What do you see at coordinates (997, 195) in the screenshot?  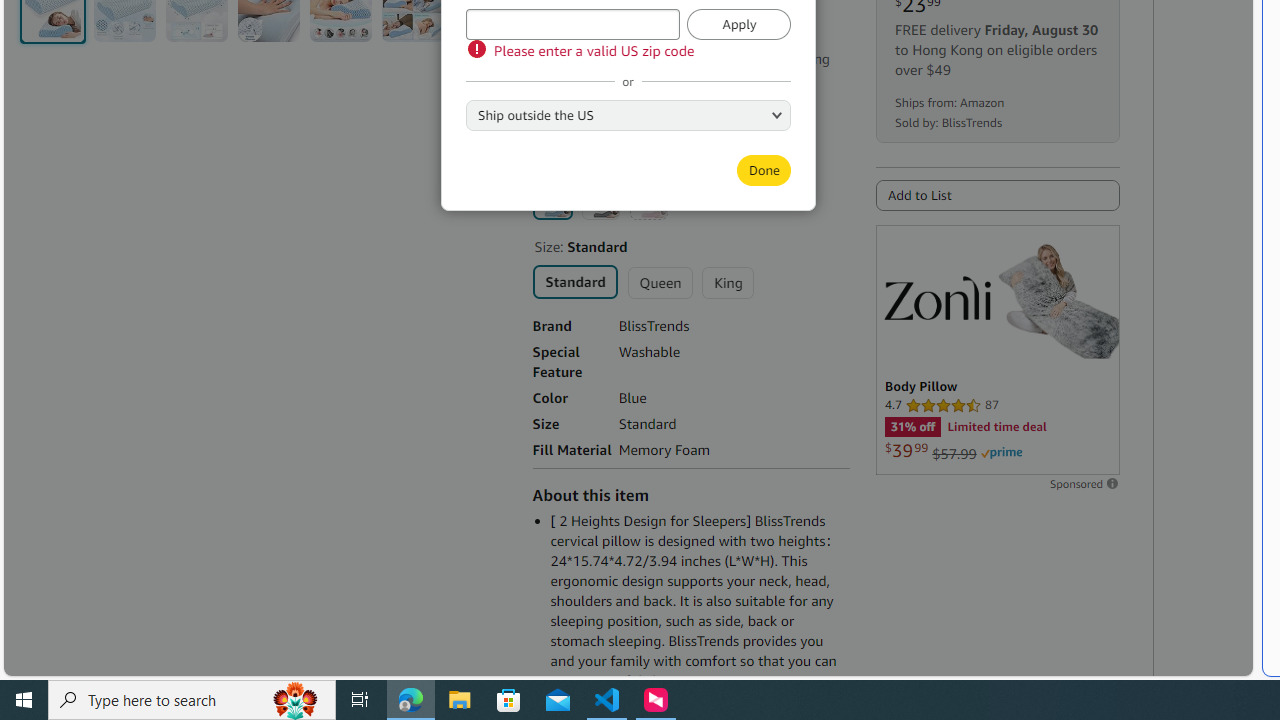 I see `'Add to List'` at bounding box center [997, 195].